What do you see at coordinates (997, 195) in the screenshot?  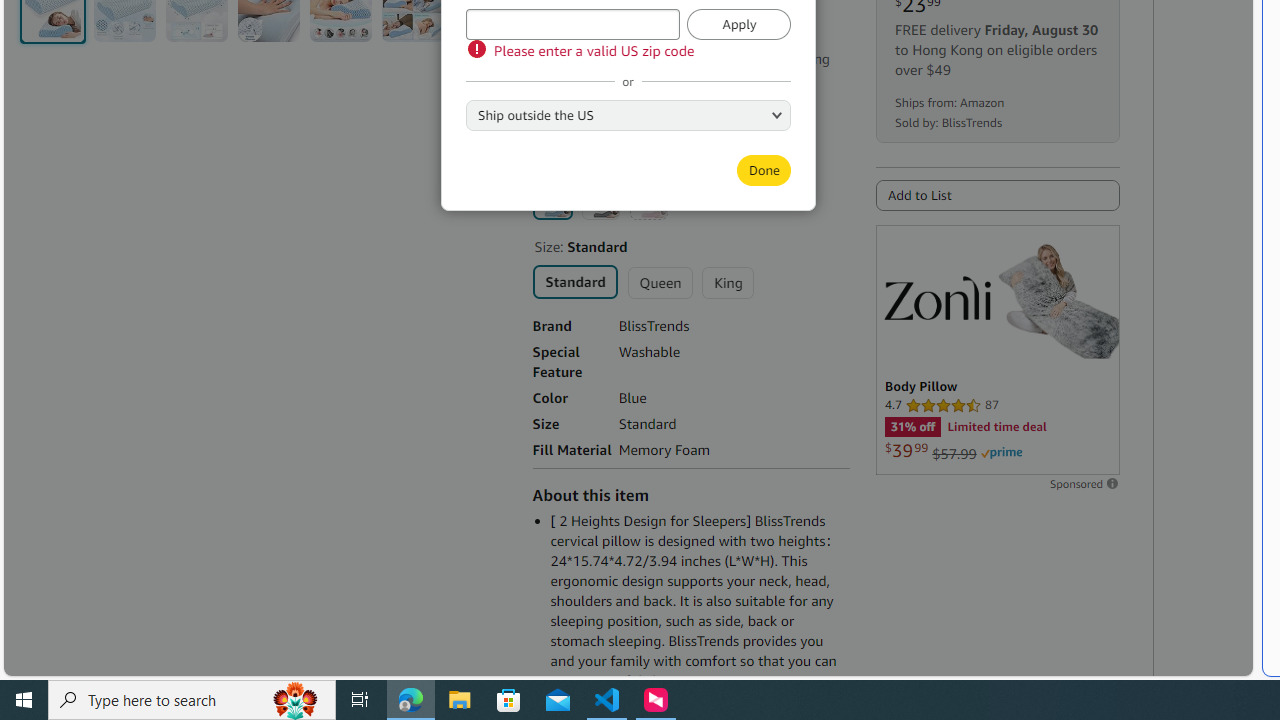 I see `'Add to List'` at bounding box center [997, 195].